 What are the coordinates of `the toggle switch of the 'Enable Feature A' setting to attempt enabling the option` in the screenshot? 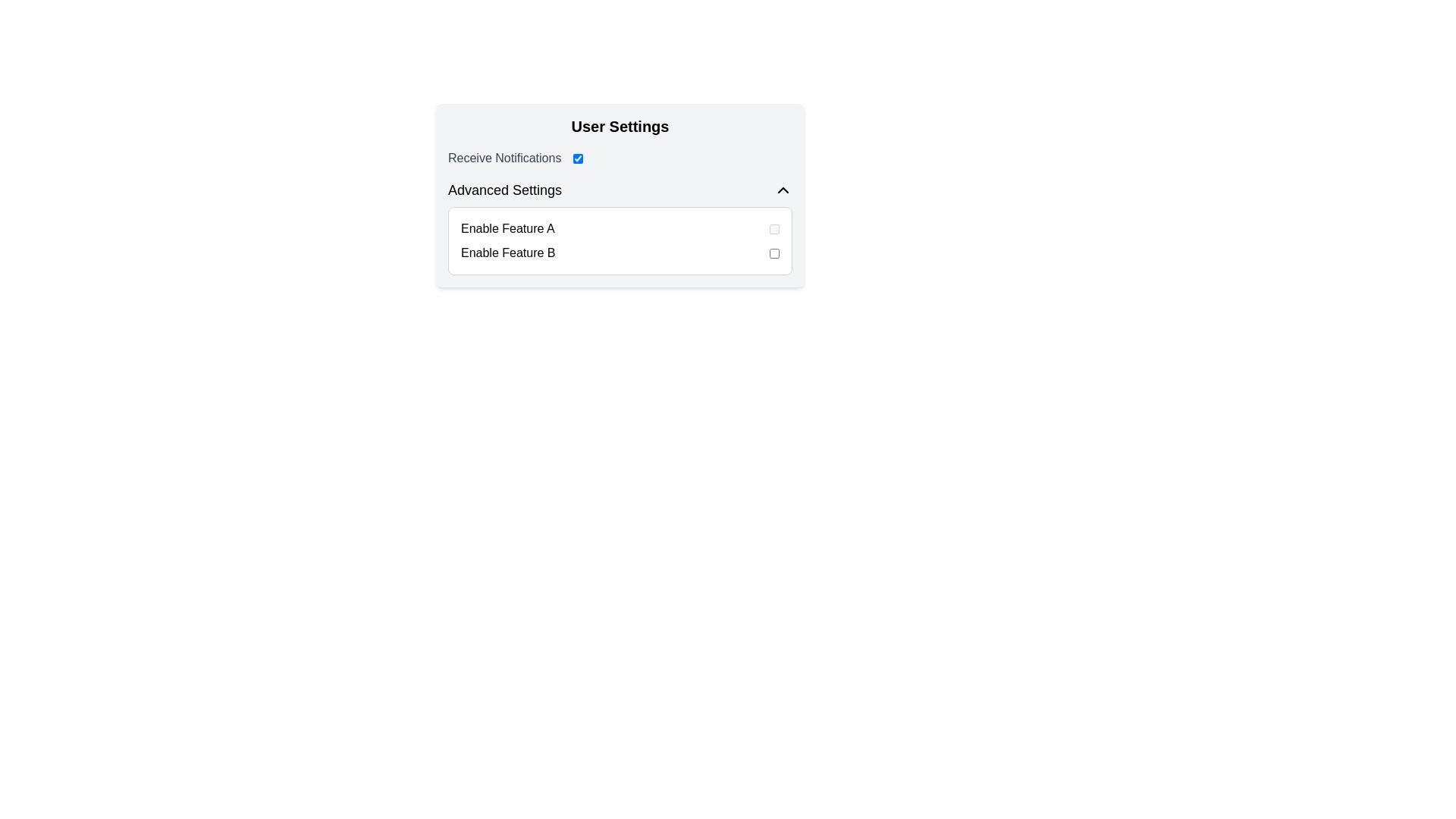 It's located at (620, 228).